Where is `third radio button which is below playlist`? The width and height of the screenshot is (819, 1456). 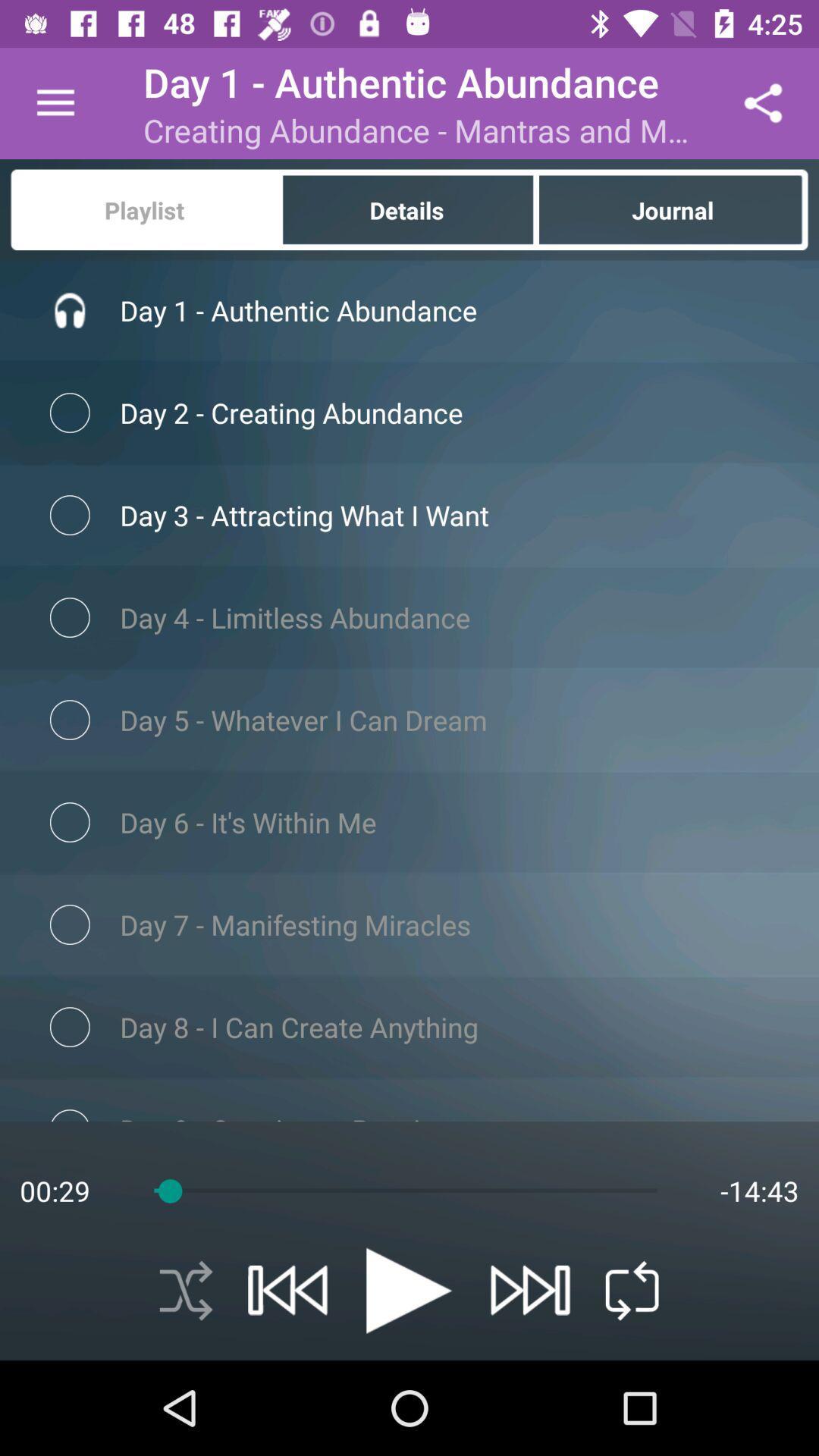 third radio button which is below playlist is located at coordinates (70, 617).